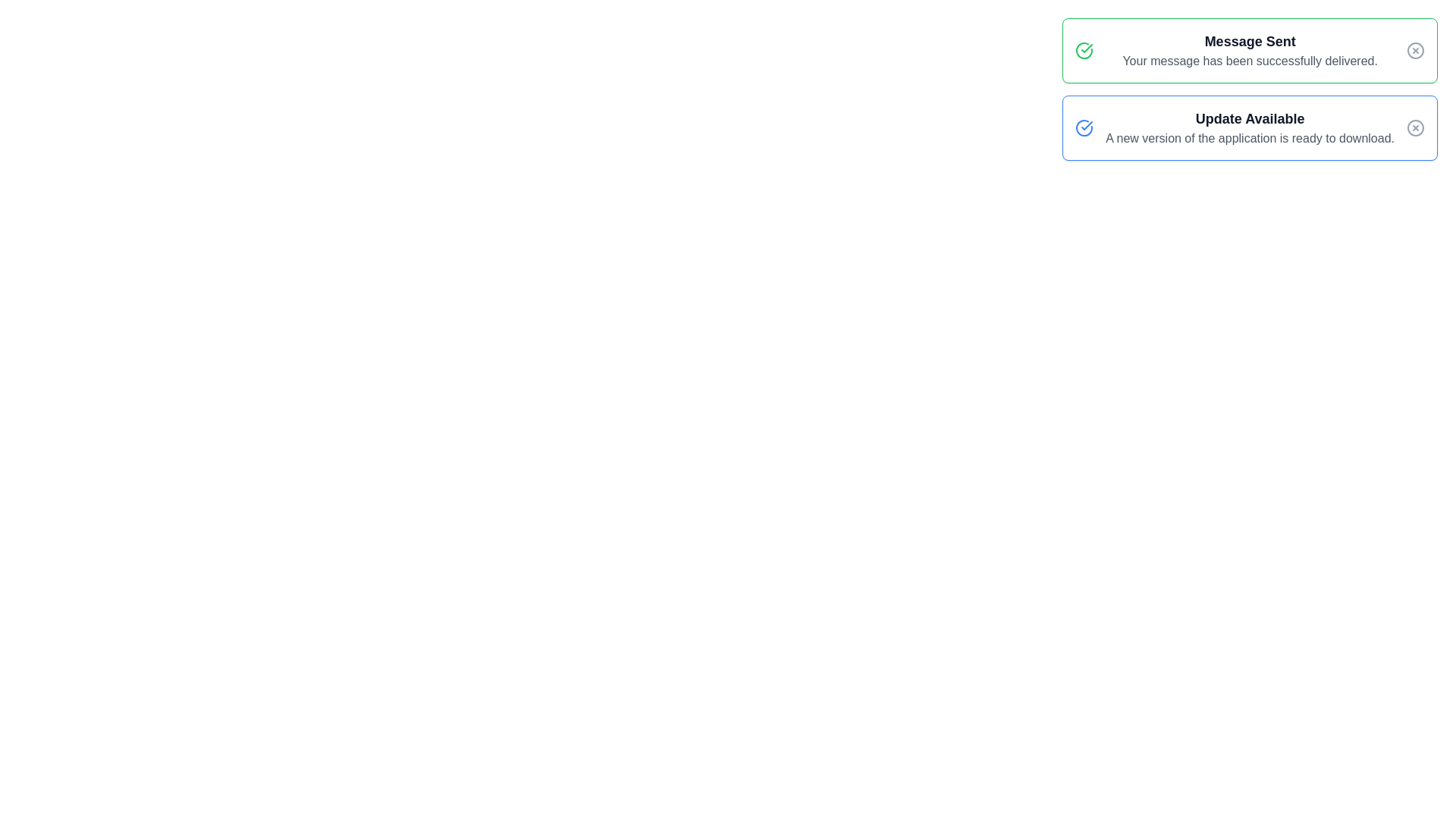  I want to click on the close button of the notification titled 'Message Sent', so click(1415, 49).